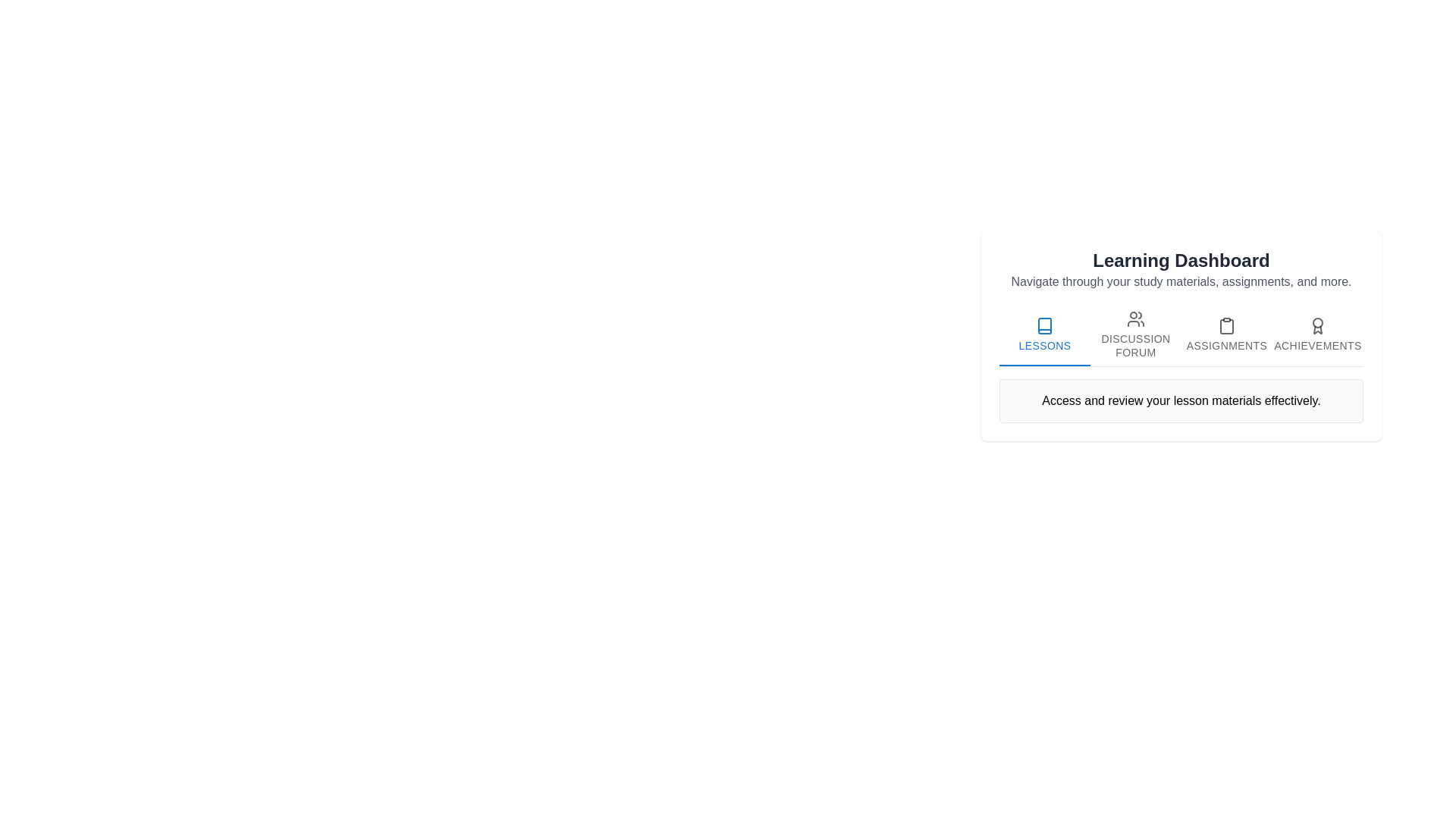  What do you see at coordinates (1226, 334) in the screenshot?
I see `the button labeled as the third navigation tab, which leads to the Assignments section of the application` at bounding box center [1226, 334].